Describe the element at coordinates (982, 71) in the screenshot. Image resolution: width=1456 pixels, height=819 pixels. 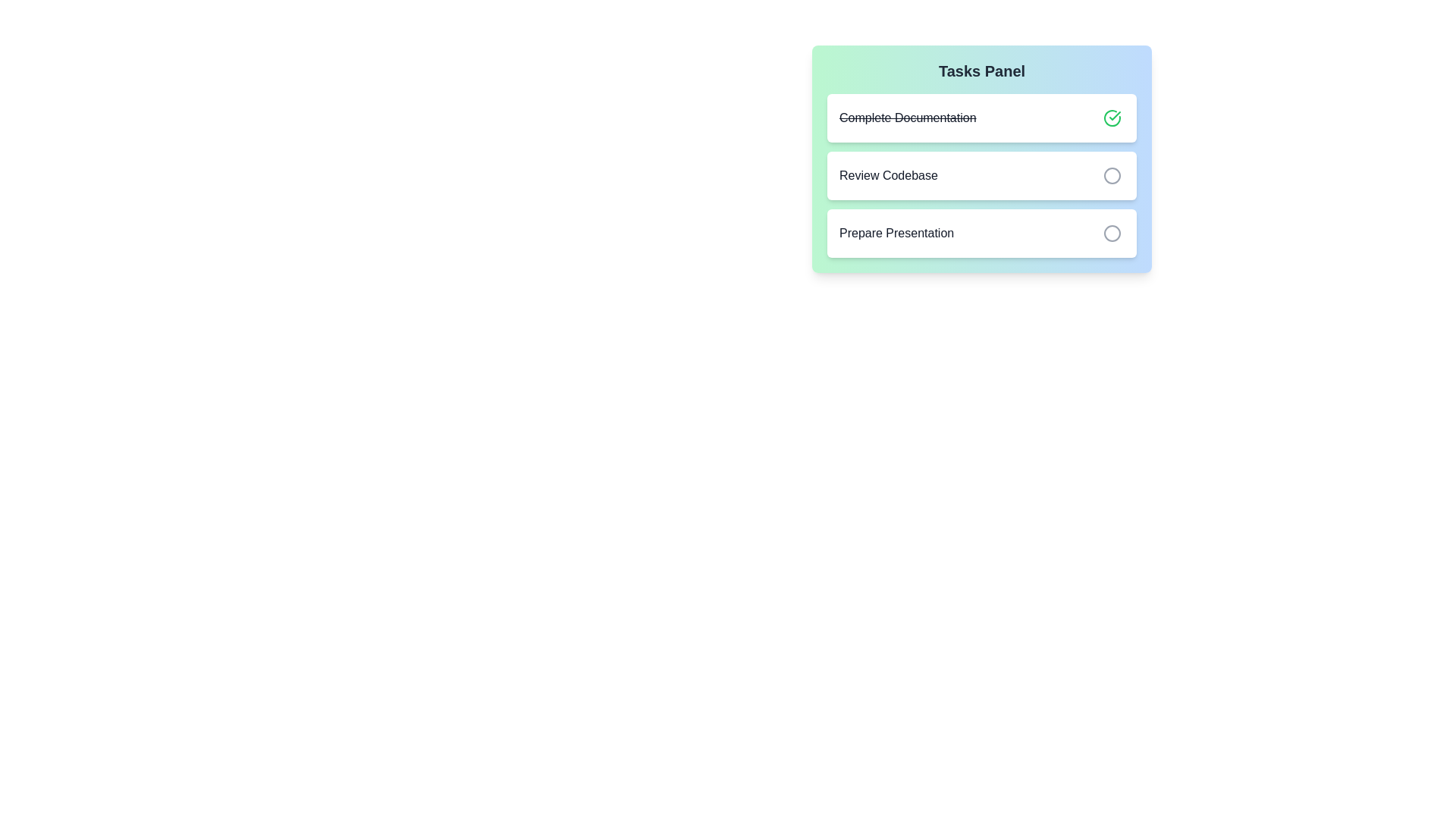
I see `the 'Tasks Panel' title` at that location.